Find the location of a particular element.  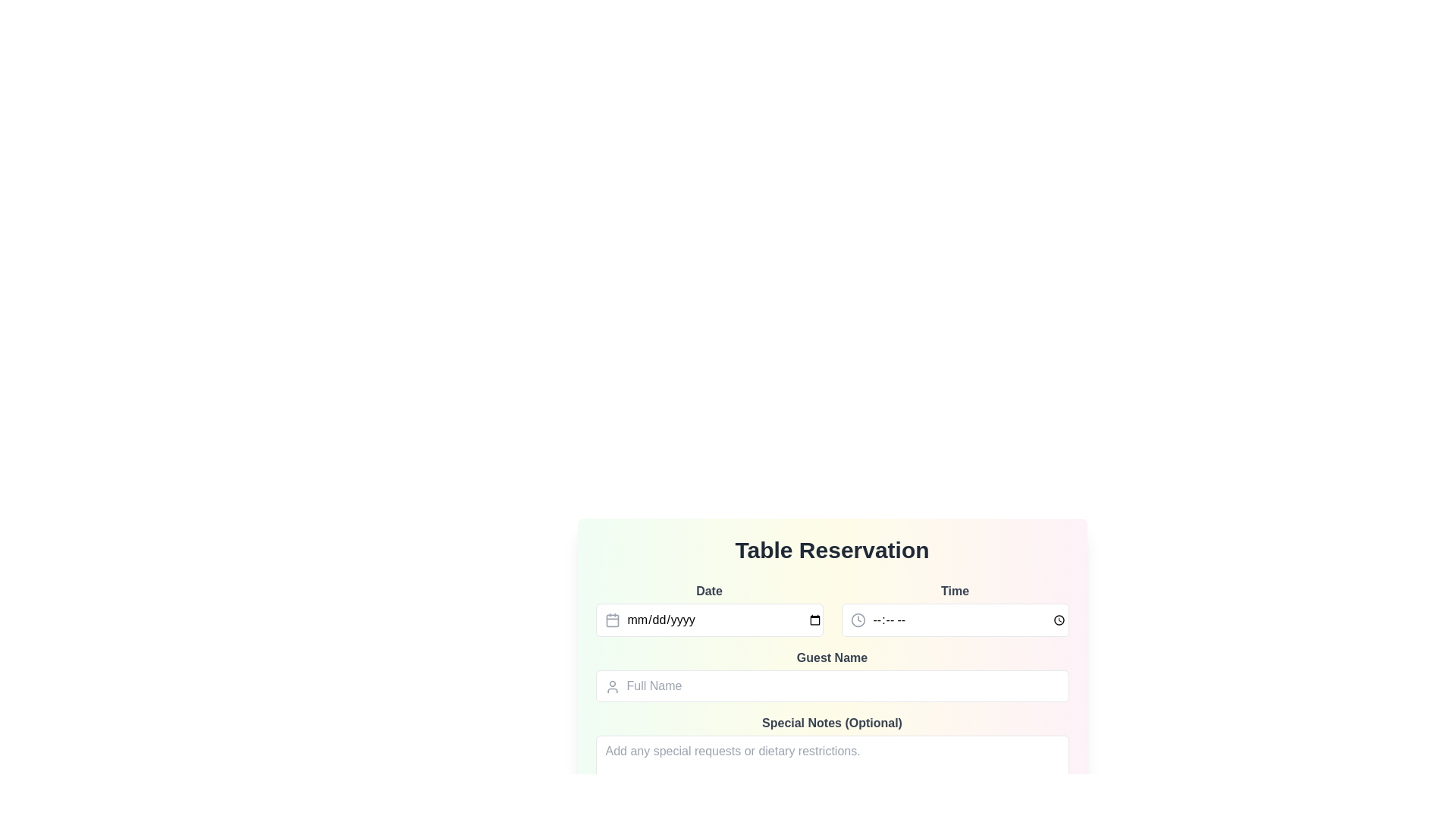

the user icon located to the left of the Full Name input field in the Guest Name section of the Table Reservation form is located at coordinates (612, 687).